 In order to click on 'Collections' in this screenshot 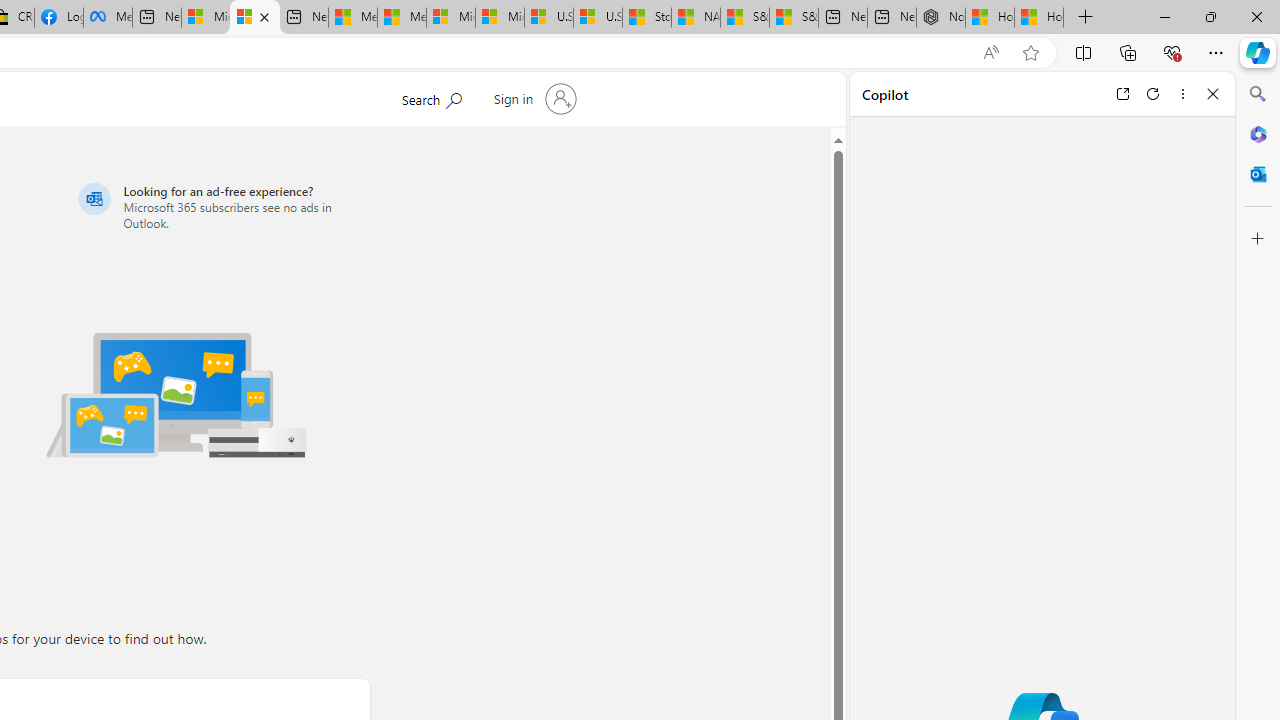, I will do `click(1128, 51)`.